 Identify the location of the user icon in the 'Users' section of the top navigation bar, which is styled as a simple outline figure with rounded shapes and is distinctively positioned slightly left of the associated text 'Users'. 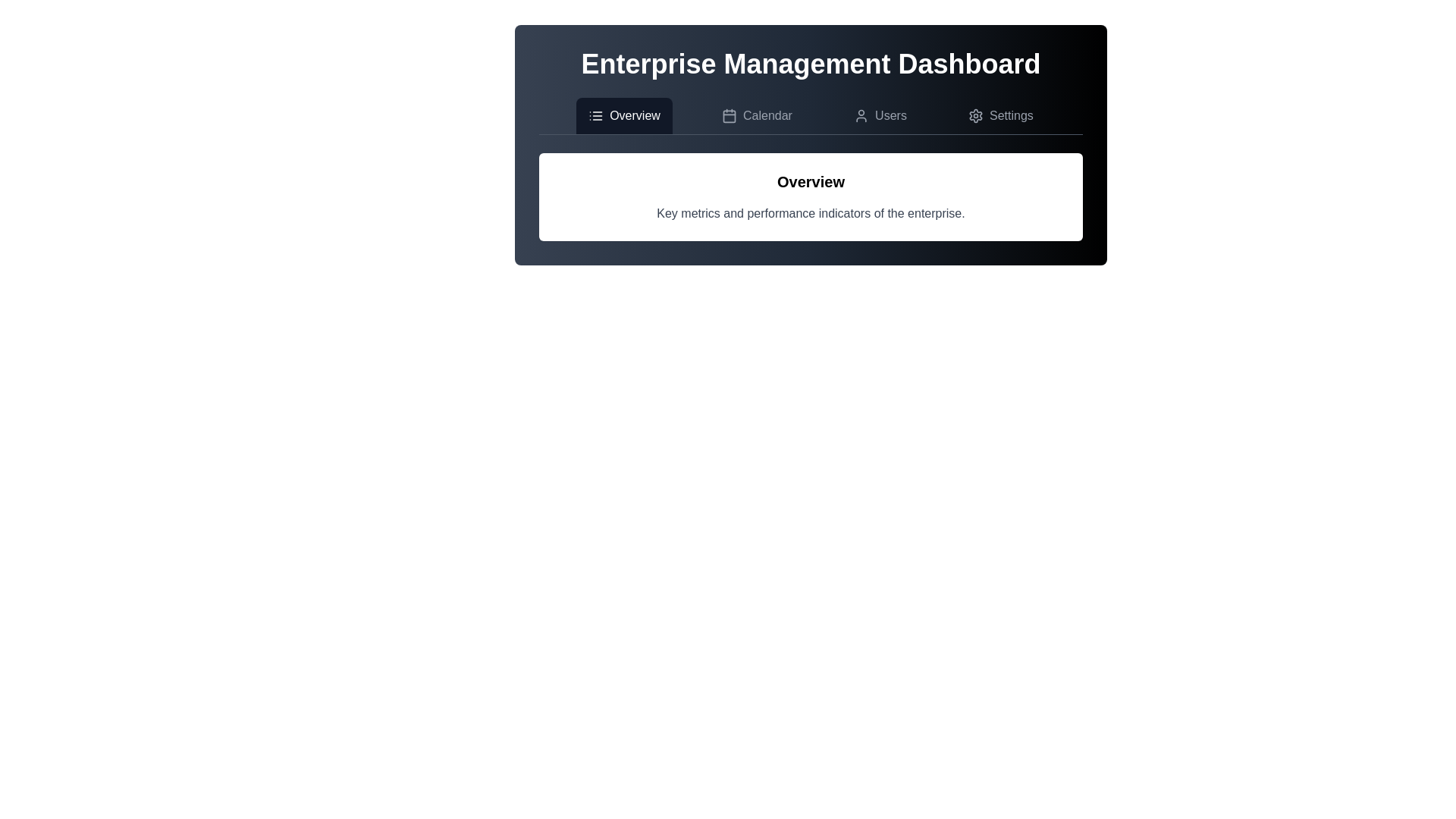
(861, 115).